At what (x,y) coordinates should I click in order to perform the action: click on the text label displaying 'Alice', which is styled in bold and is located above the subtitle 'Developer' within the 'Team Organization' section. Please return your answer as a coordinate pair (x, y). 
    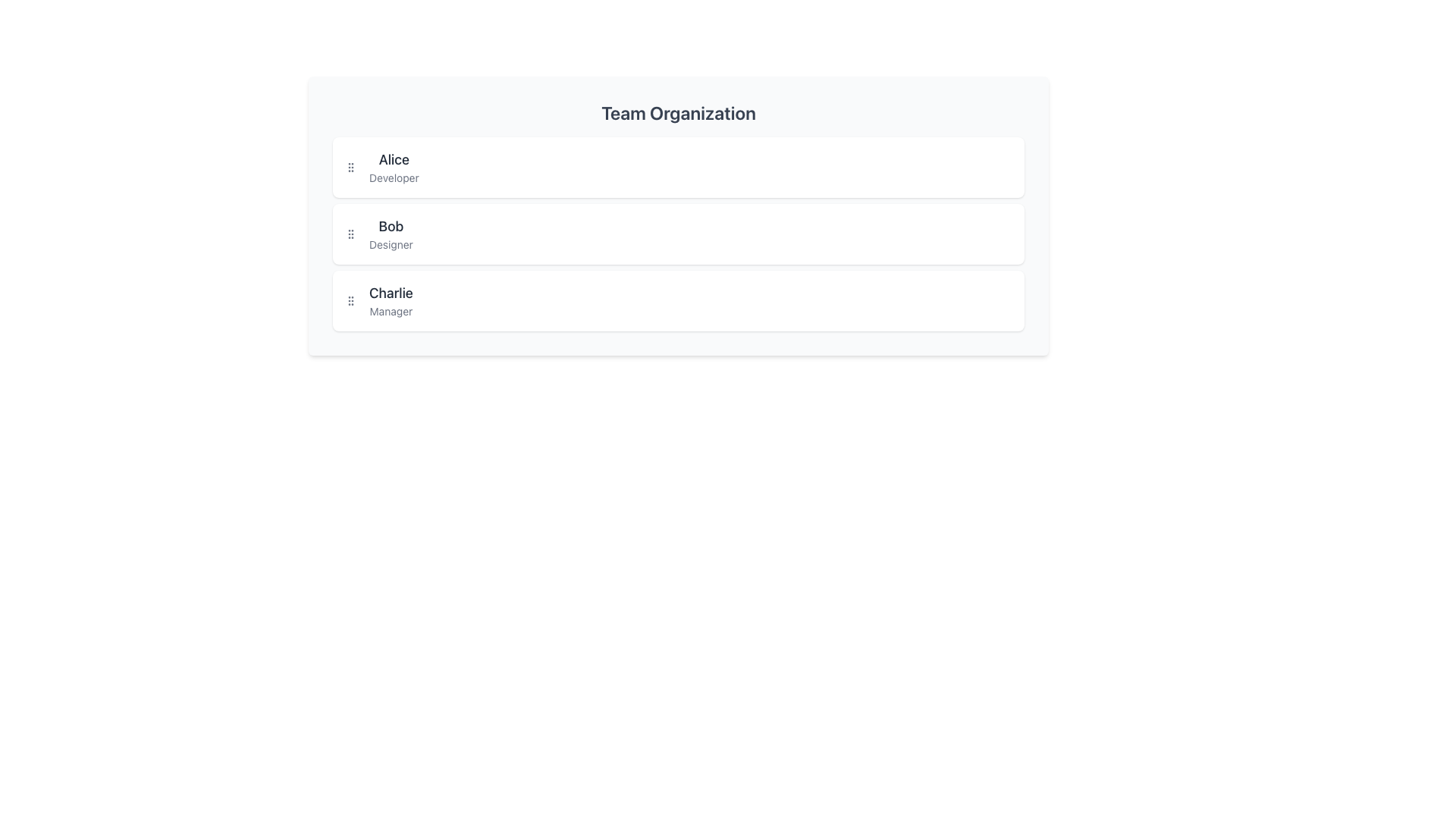
    Looking at the image, I should click on (394, 160).